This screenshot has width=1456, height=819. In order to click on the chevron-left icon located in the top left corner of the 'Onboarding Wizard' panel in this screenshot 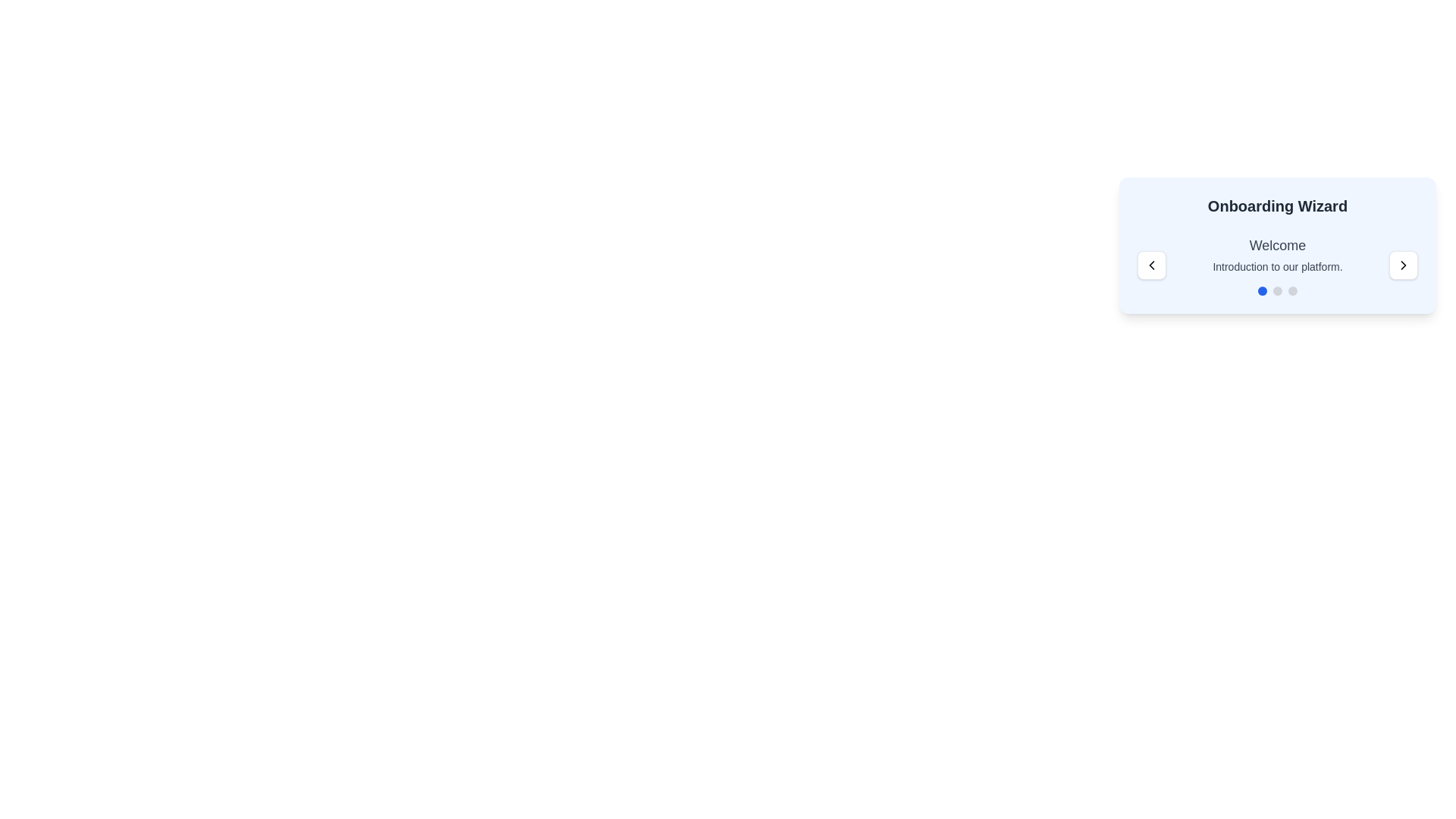, I will do `click(1151, 265)`.